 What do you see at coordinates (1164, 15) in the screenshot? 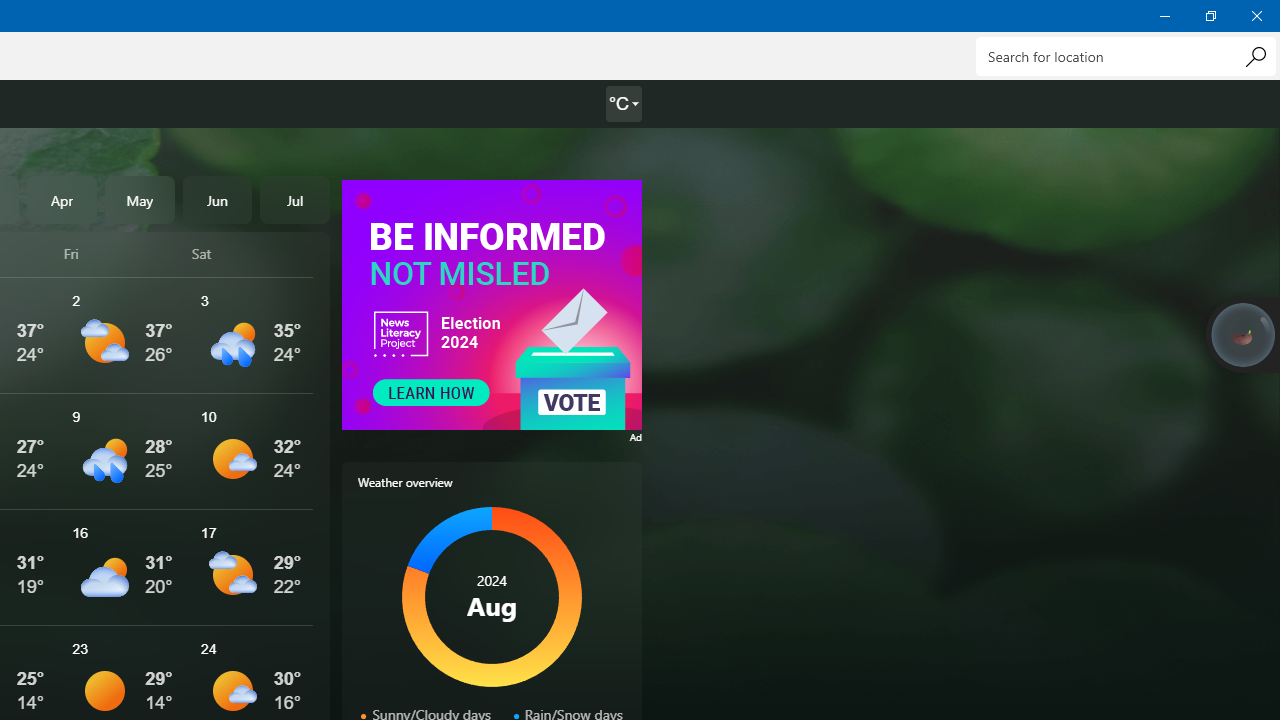
I see `'Minimize Weather'` at bounding box center [1164, 15].